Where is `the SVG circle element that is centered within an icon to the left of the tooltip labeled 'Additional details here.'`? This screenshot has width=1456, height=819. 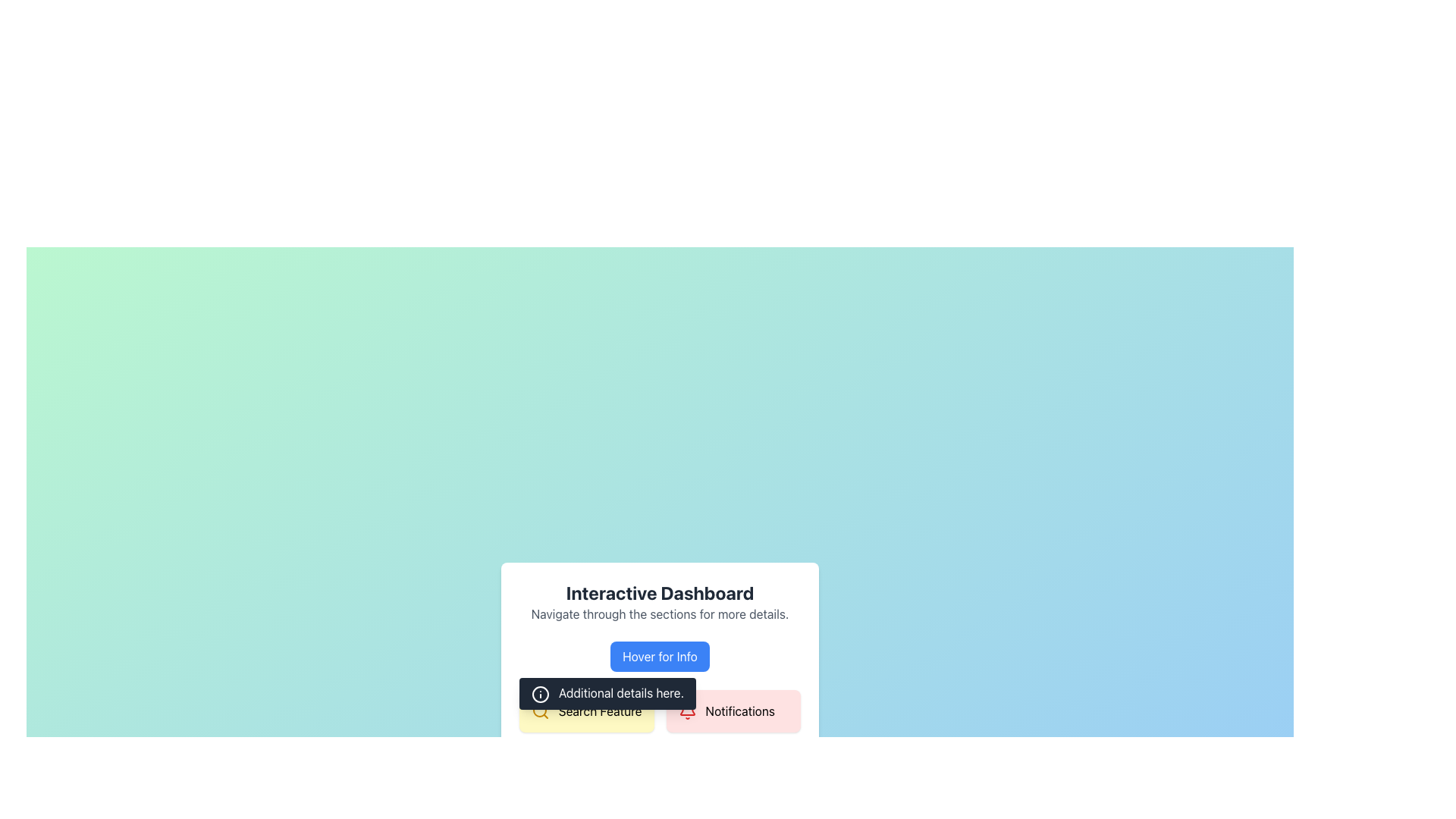 the SVG circle element that is centered within an icon to the left of the tooltip labeled 'Additional details here.' is located at coordinates (540, 694).